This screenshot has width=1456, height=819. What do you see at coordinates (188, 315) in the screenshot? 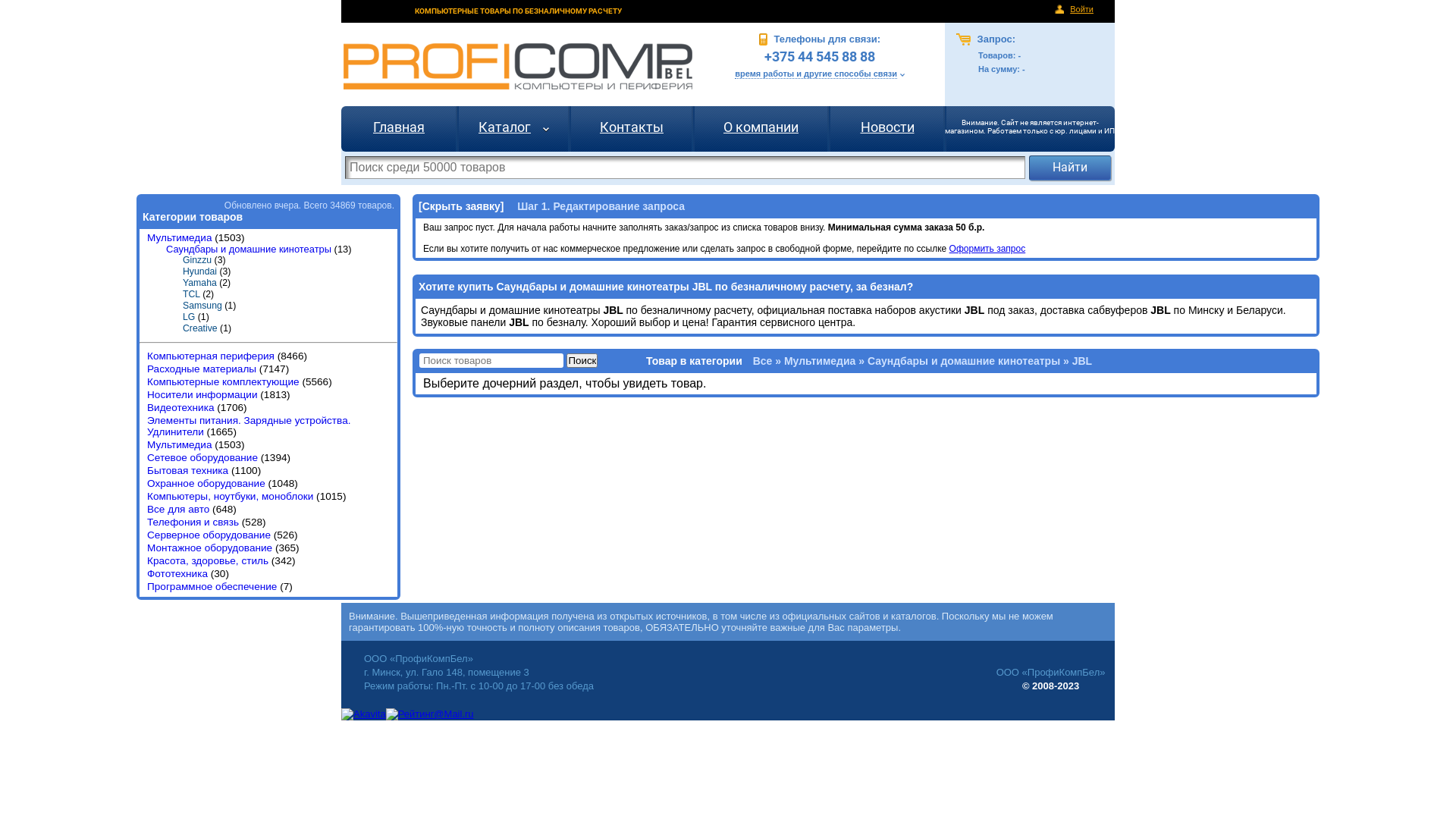
I see `'LG'` at bounding box center [188, 315].